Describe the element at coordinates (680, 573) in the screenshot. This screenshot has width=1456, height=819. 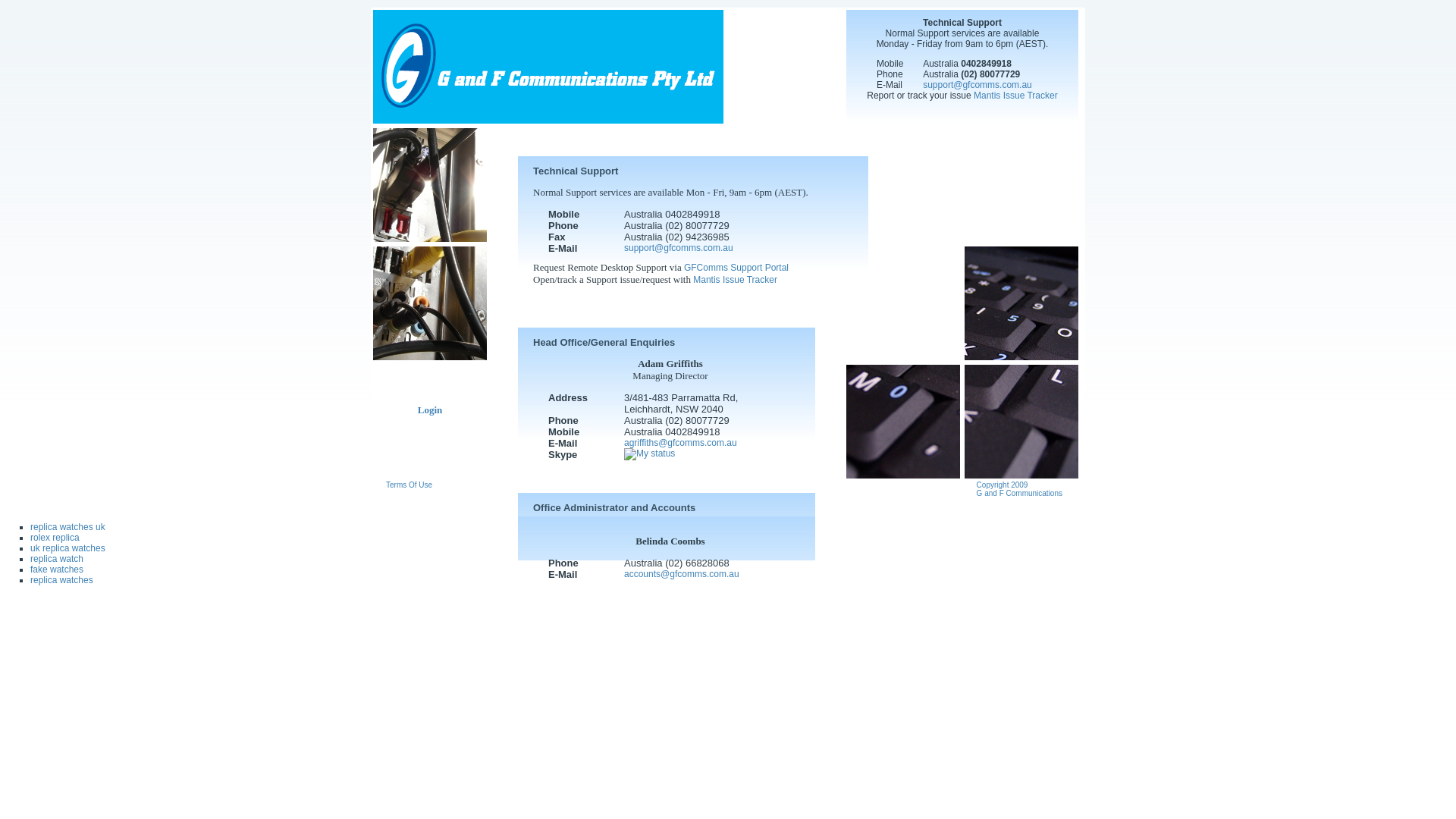
I see `'accounts@gfcomms.com.au'` at that location.